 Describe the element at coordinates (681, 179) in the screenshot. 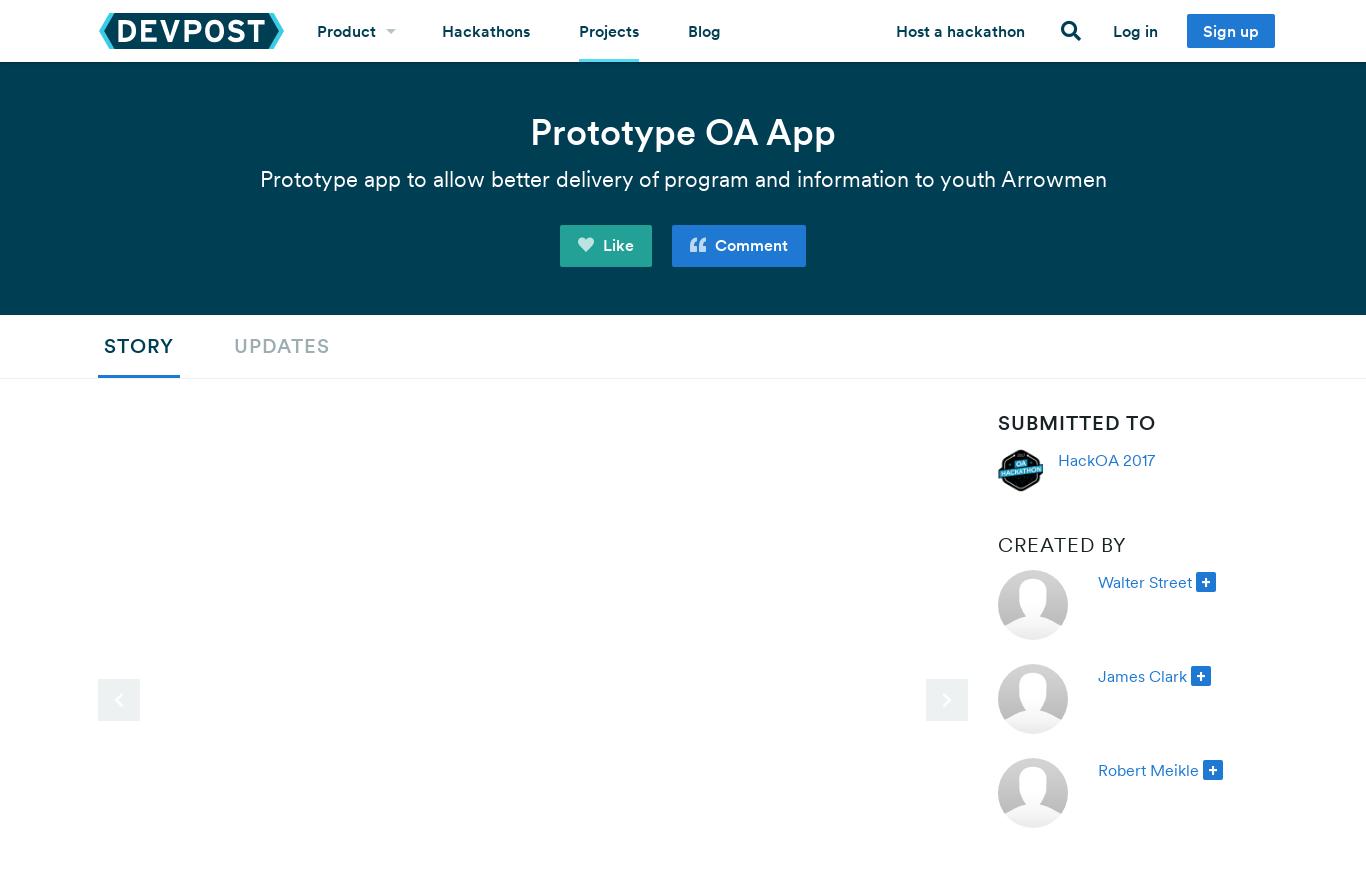

I see `'Prototype app to allow better delivery of program and information to youth Arrowmen'` at that location.